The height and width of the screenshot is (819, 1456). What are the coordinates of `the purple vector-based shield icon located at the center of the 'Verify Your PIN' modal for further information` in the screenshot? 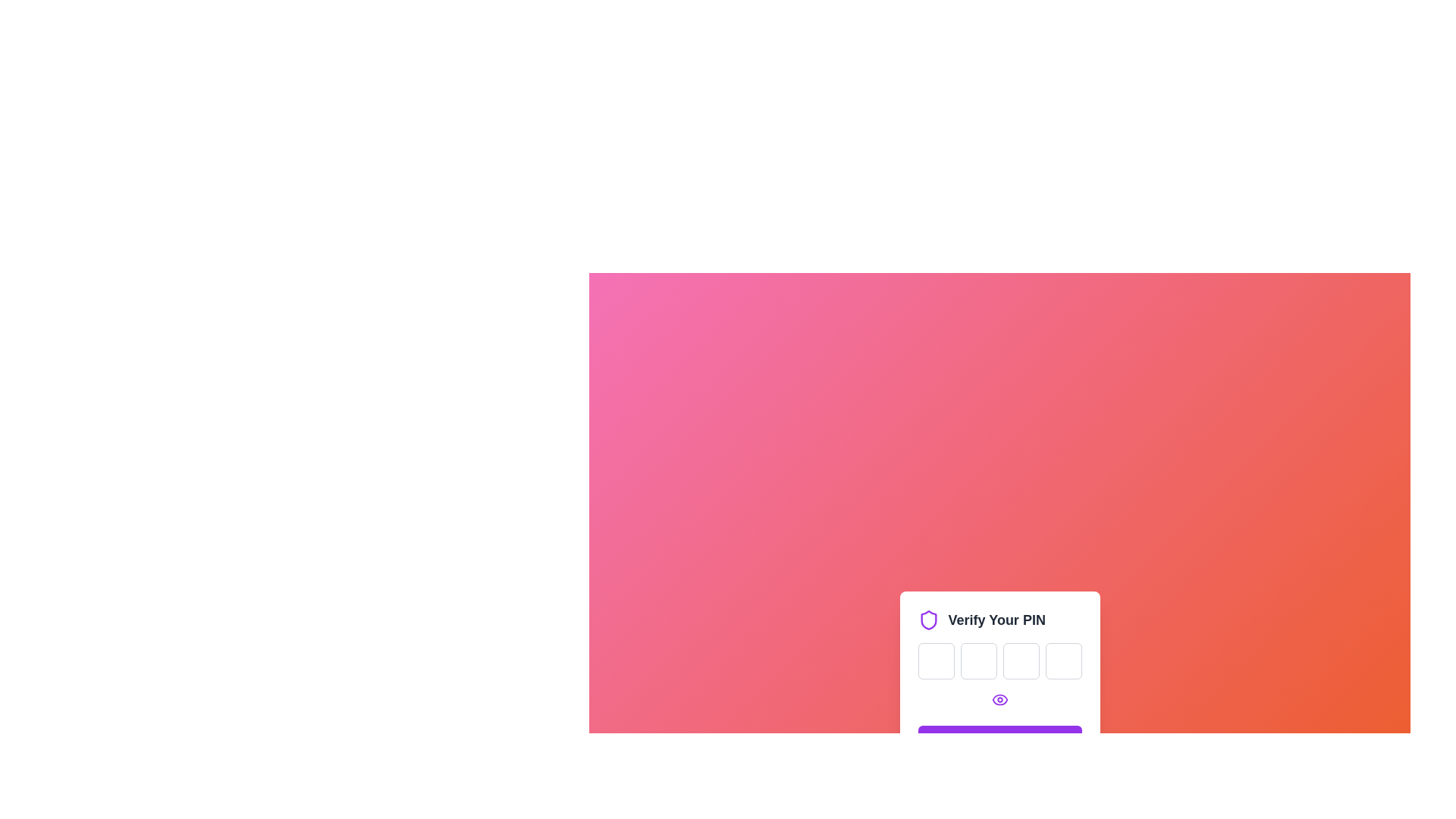 It's located at (927, 620).